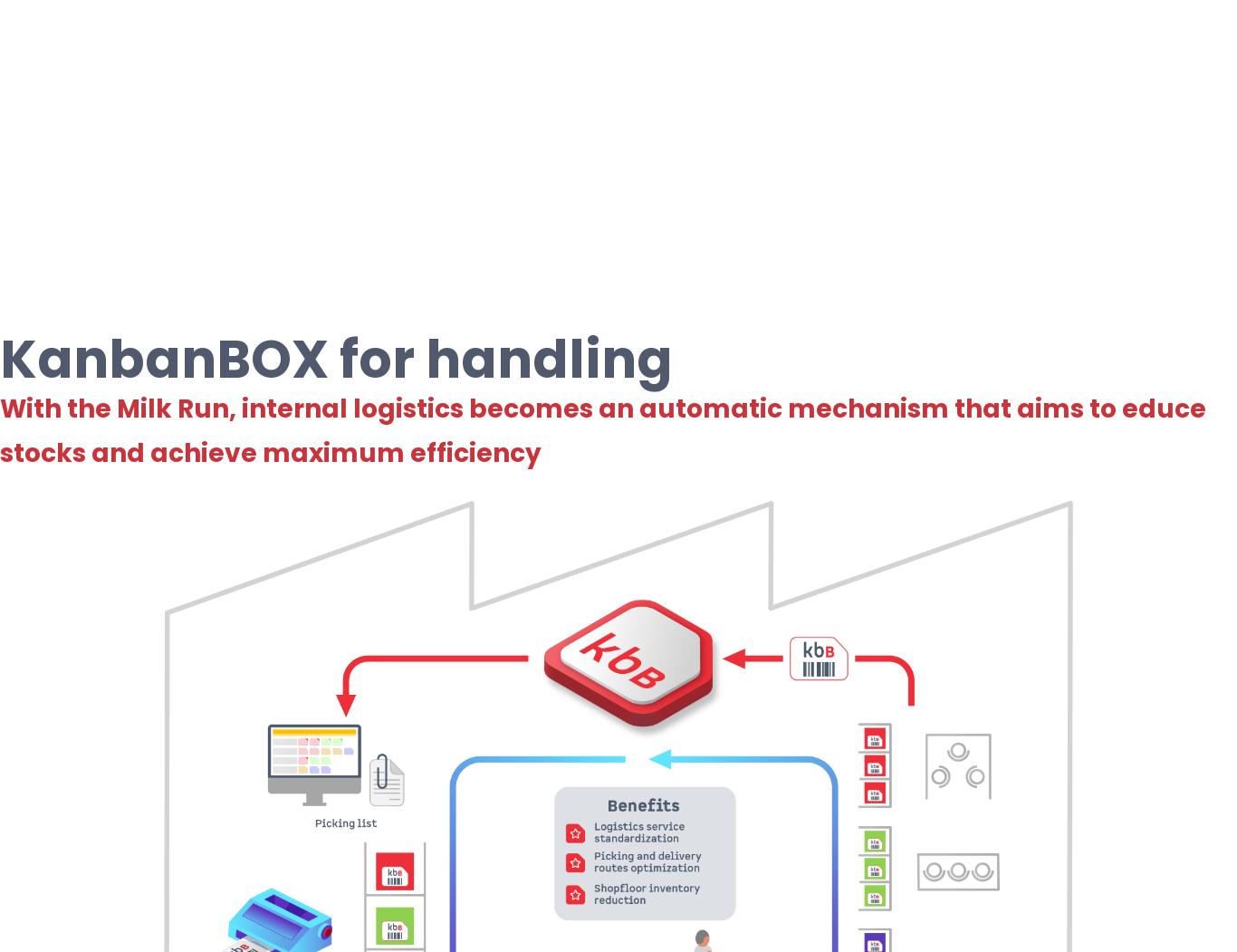 Image resolution: width=1237 pixels, height=952 pixels. I want to click on 'Company', so click(674, 135).